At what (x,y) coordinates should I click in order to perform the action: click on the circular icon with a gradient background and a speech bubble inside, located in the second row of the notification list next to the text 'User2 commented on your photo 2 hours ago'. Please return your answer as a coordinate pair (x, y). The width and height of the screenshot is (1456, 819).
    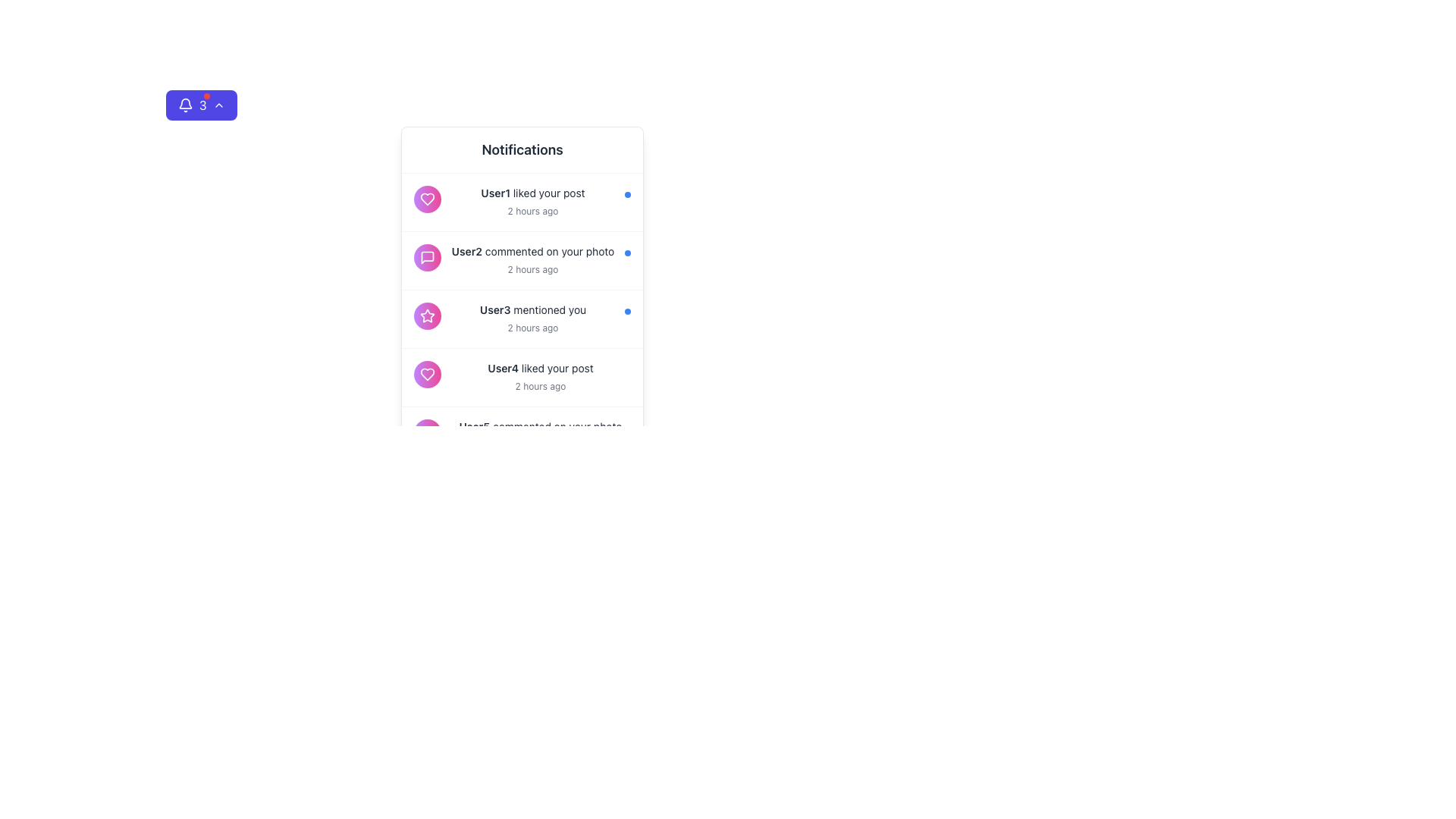
    Looking at the image, I should click on (427, 256).